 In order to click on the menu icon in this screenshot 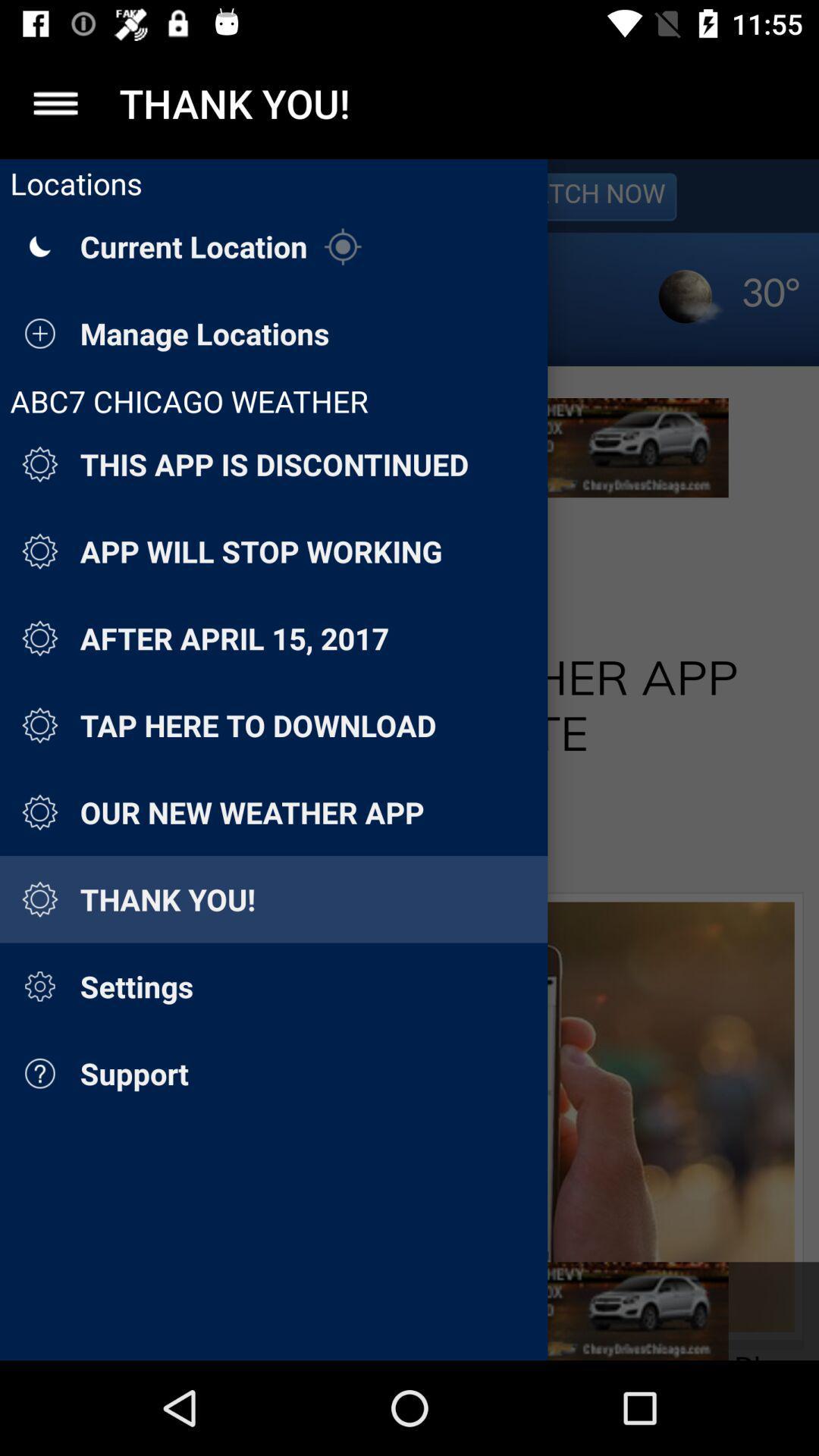, I will do `click(55, 102)`.